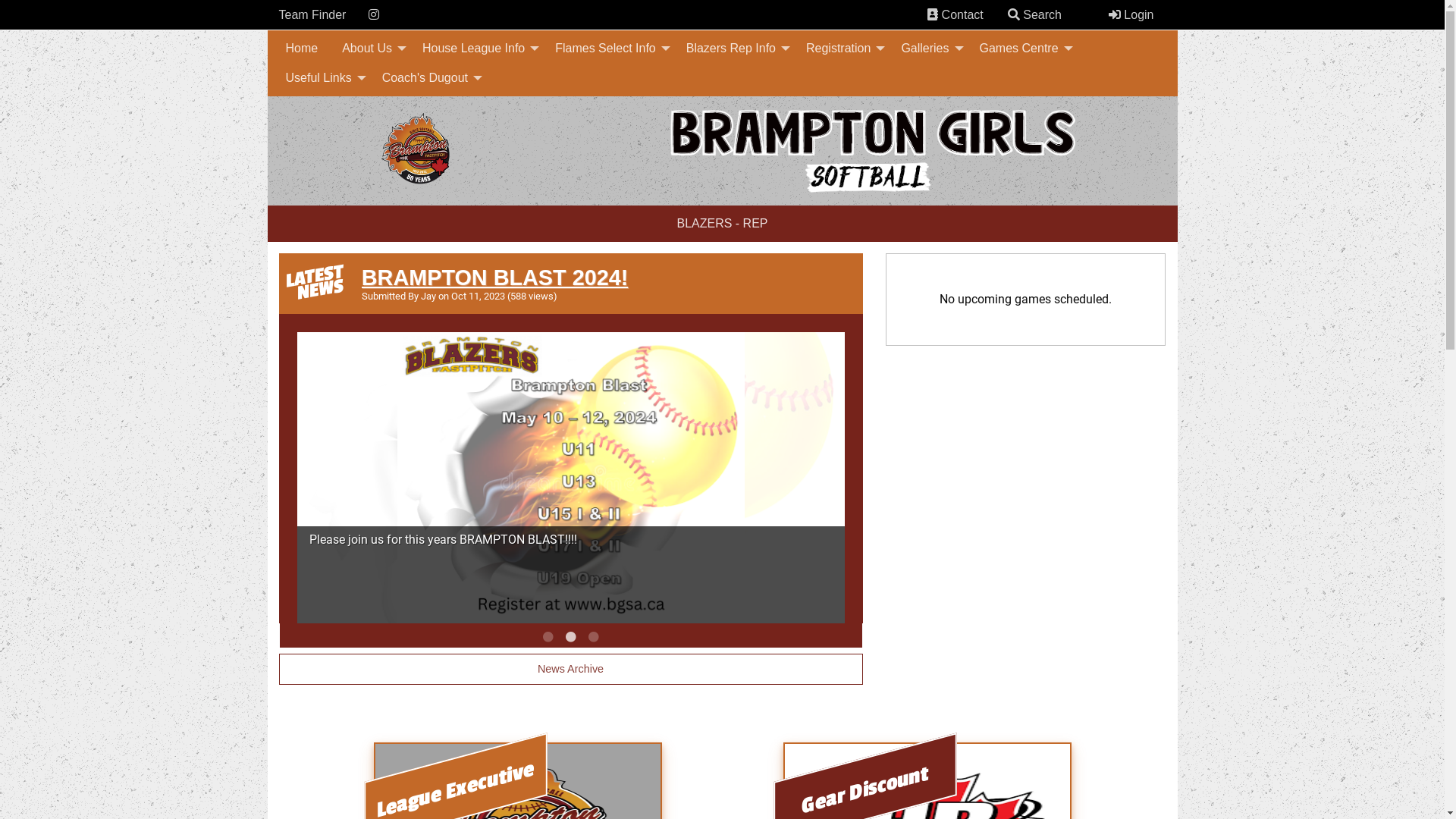 This screenshot has height=819, width=1456. What do you see at coordinates (927, 48) in the screenshot?
I see `'Galleries'` at bounding box center [927, 48].